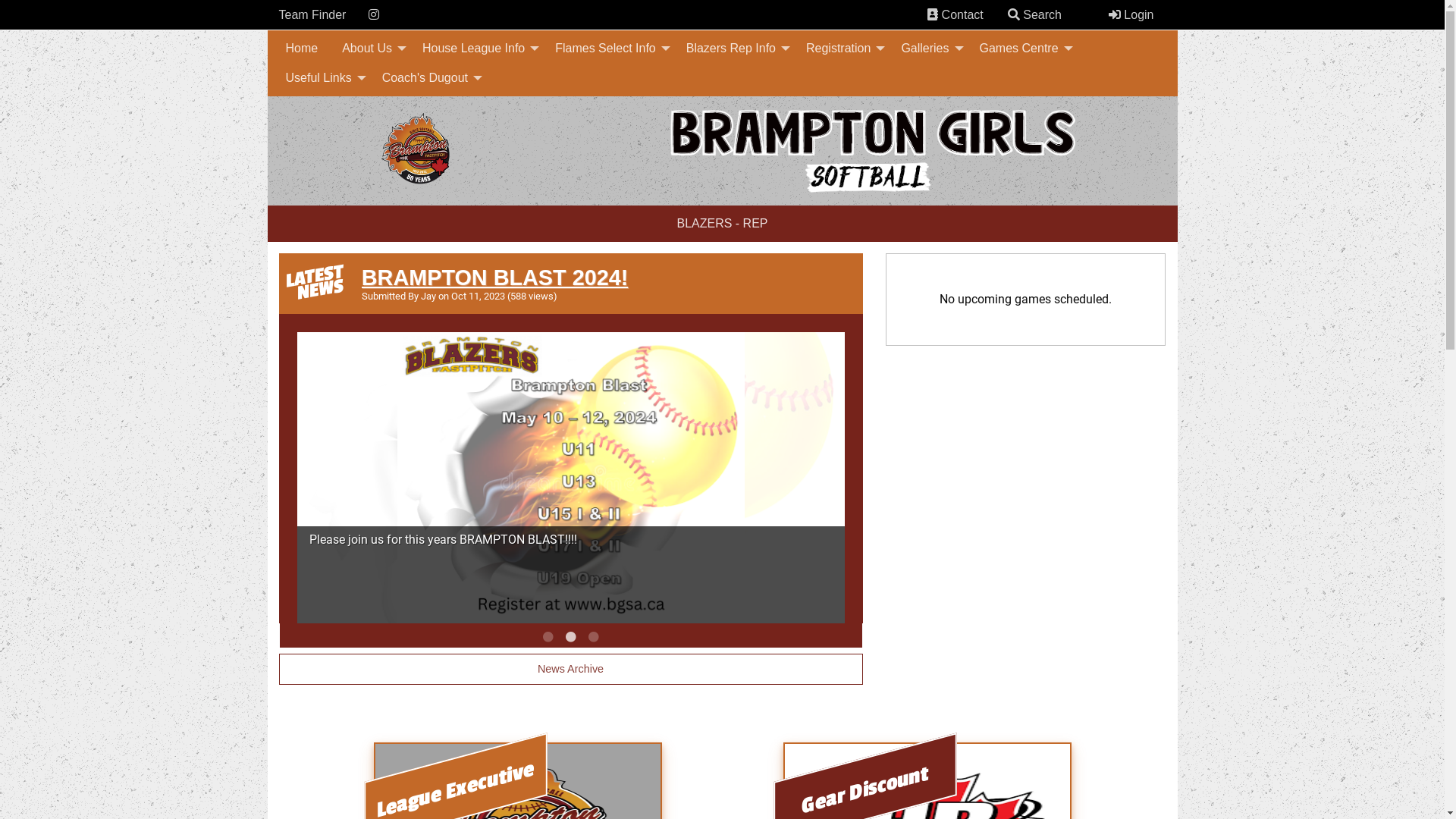 This screenshot has height=819, width=1456. What do you see at coordinates (927, 48) in the screenshot?
I see `'Galleries'` at bounding box center [927, 48].